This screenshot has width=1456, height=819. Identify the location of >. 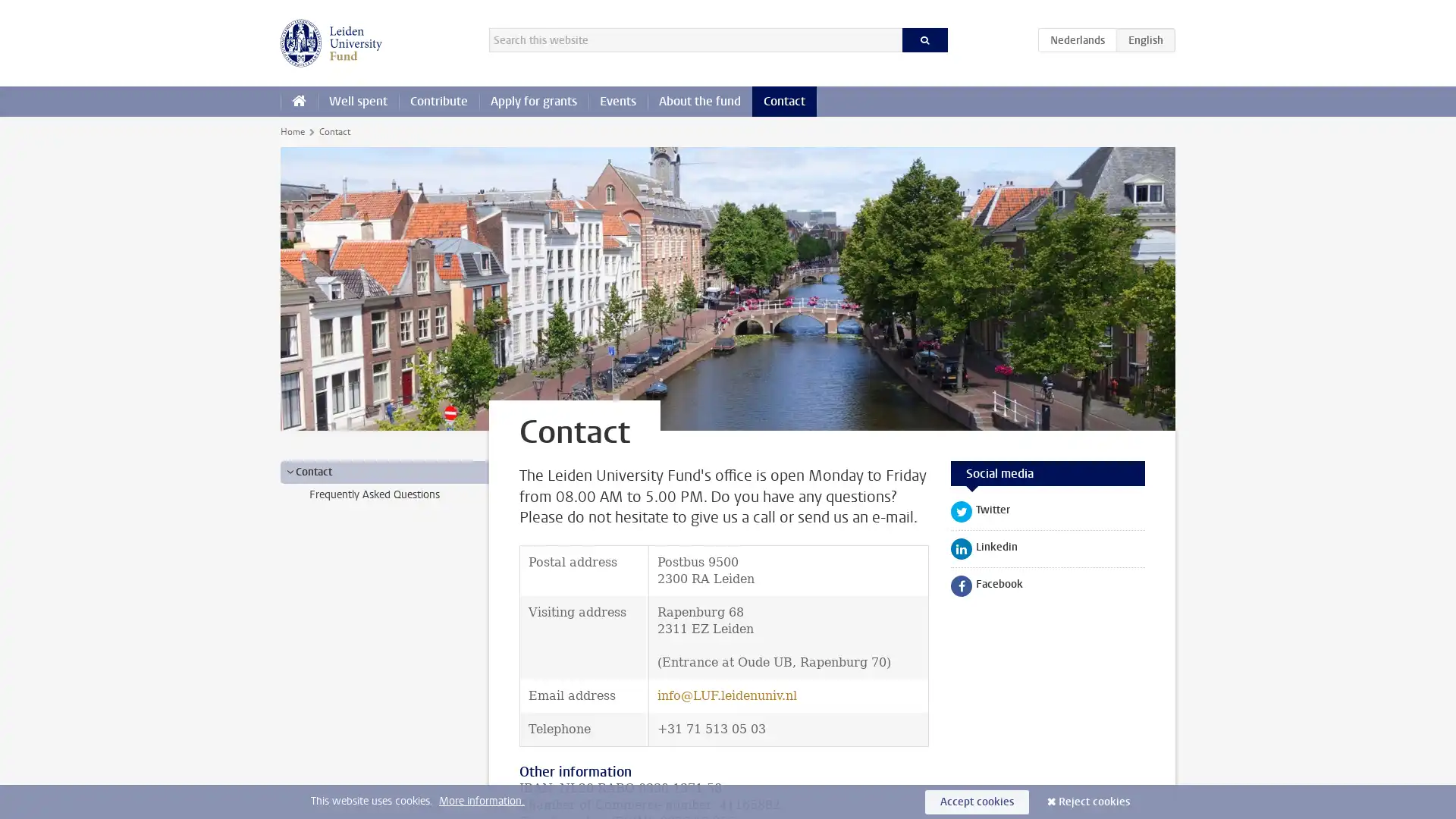
(290, 470).